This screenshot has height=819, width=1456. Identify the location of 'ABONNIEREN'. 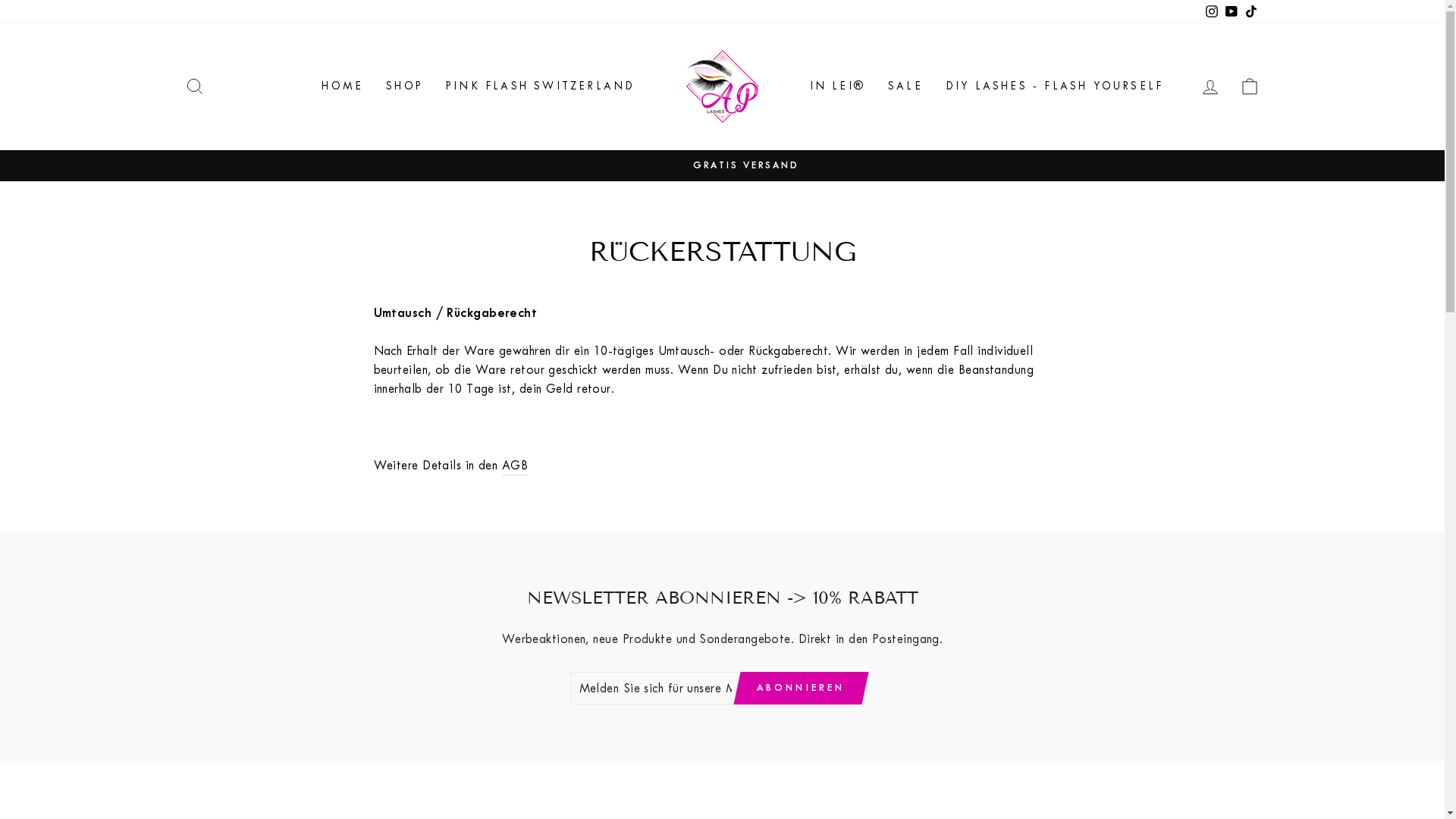
(742, 688).